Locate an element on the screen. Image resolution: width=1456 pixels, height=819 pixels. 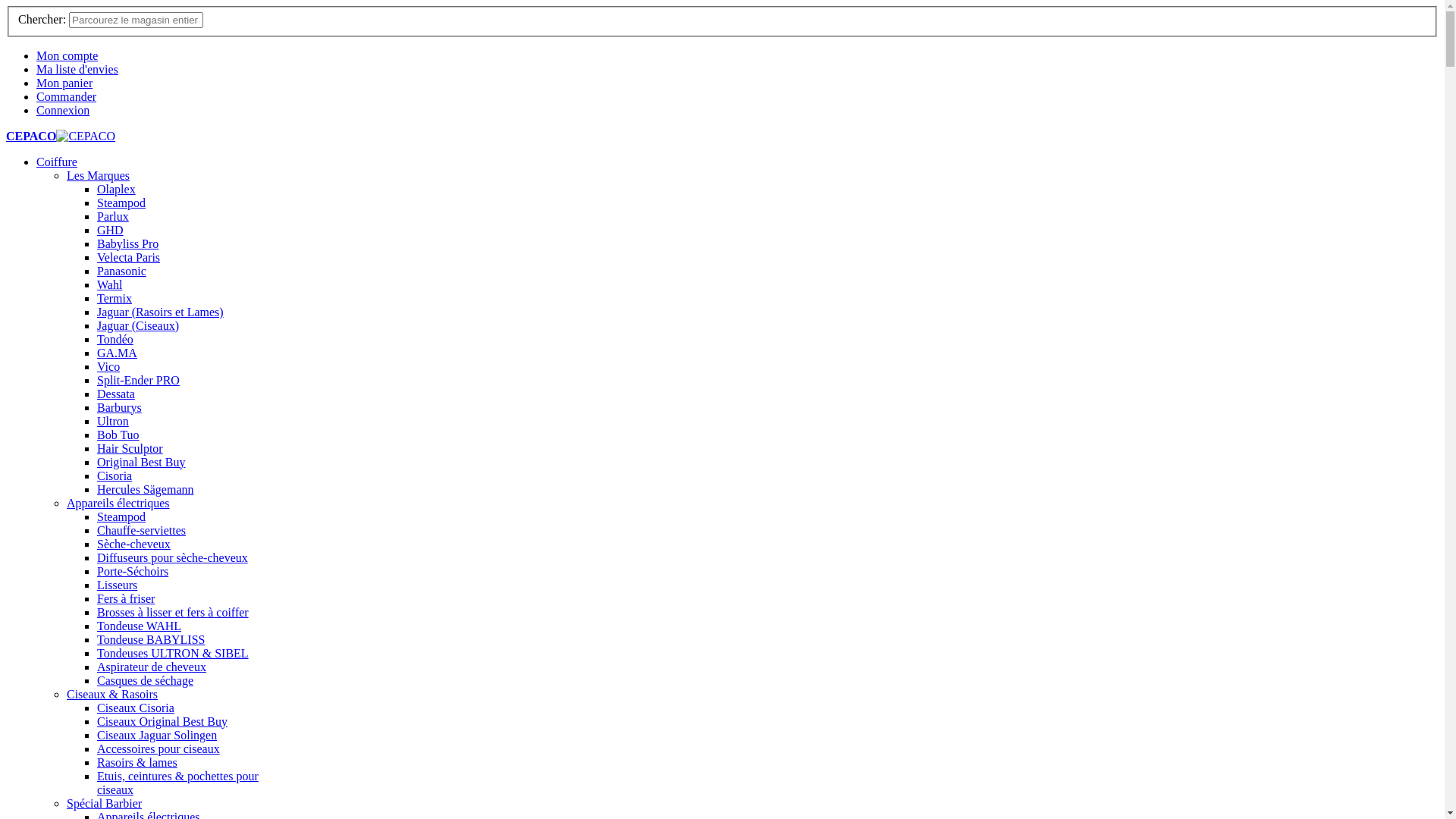
'Barburys' is located at coordinates (118, 406).